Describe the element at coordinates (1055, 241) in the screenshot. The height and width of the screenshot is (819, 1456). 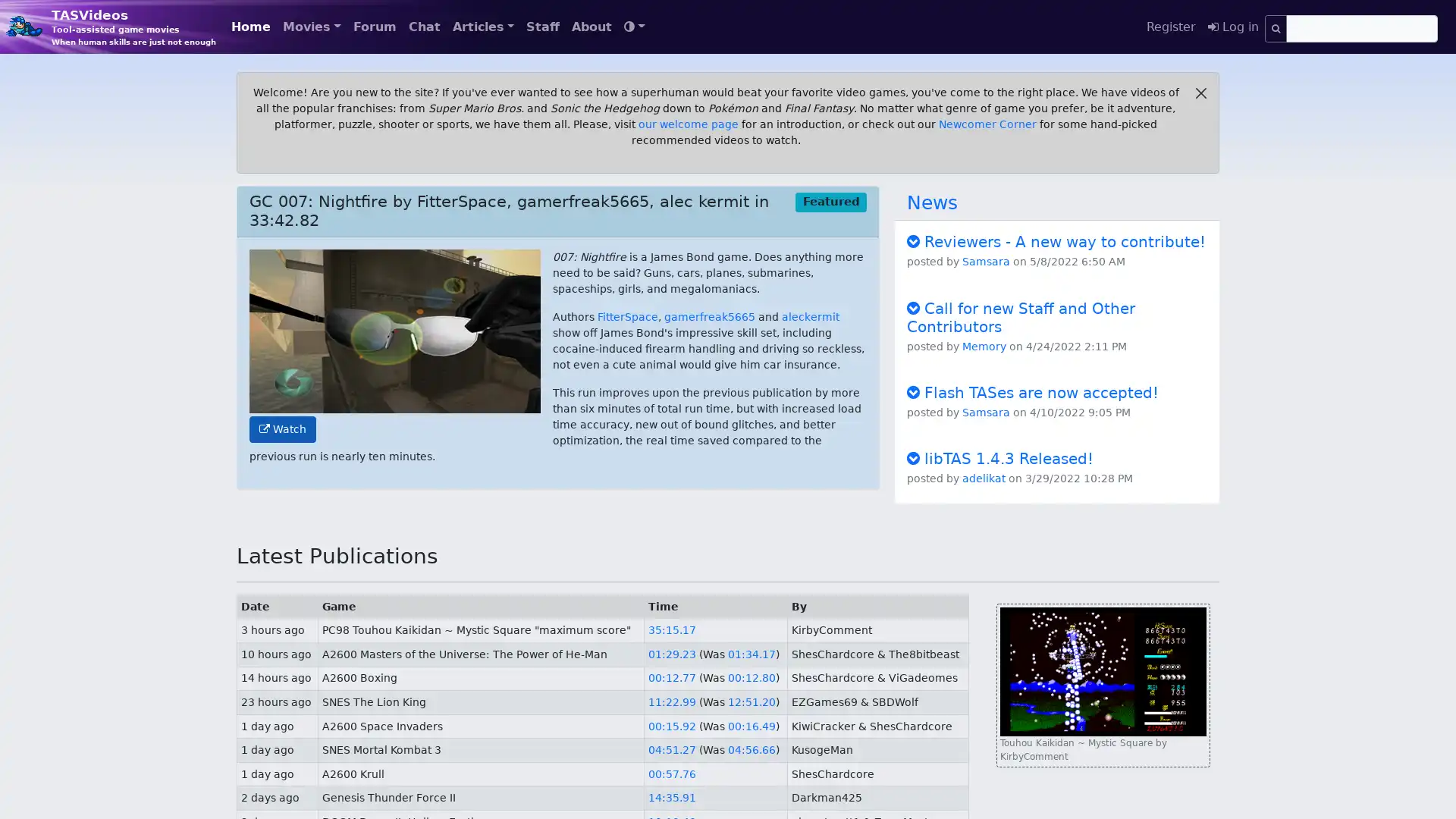
I see `Reviewers - A new way to contribute!` at that location.